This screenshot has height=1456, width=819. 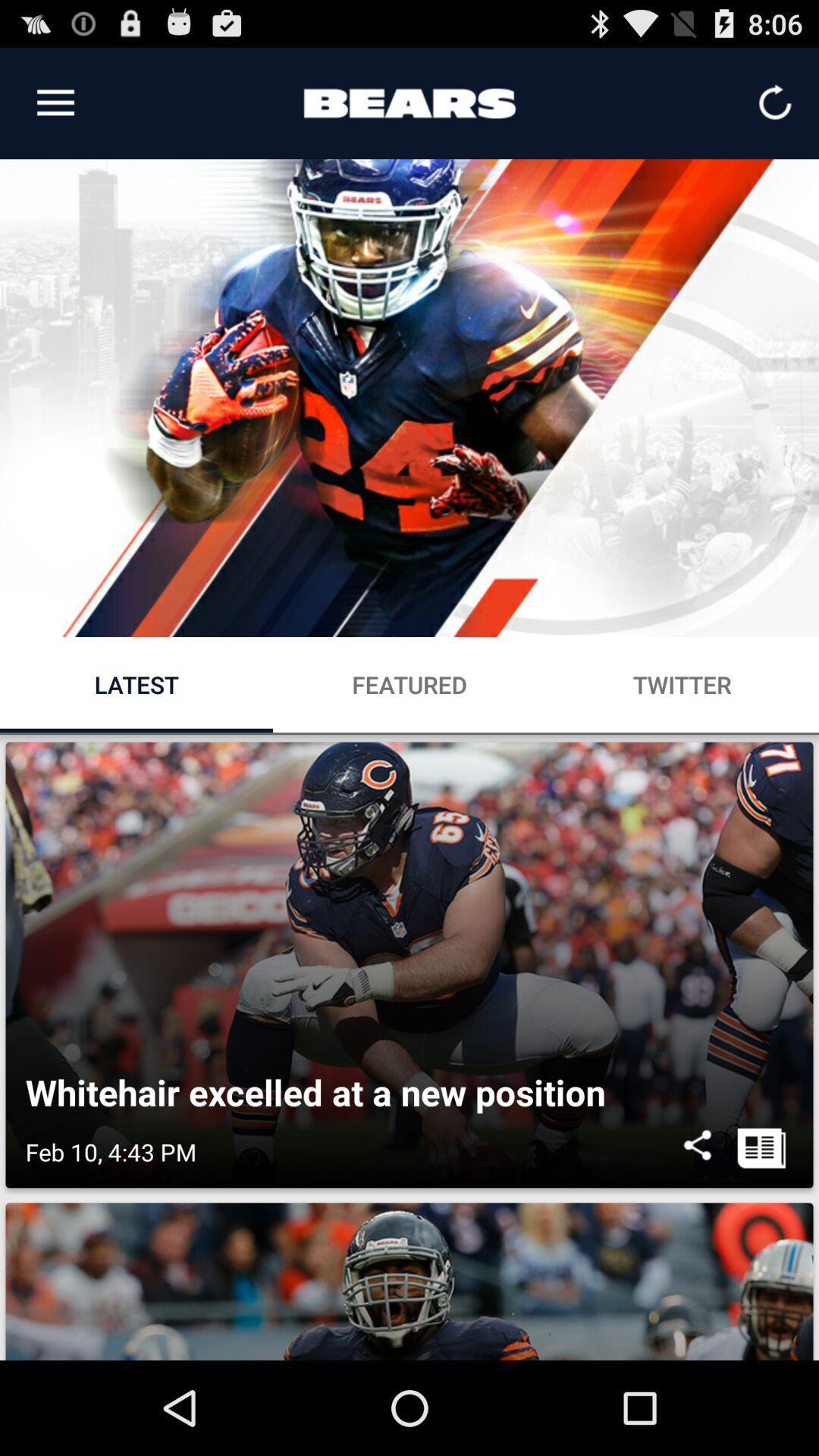 What do you see at coordinates (697, 1152) in the screenshot?
I see `item to the right of feb 10 4` at bounding box center [697, 1152].